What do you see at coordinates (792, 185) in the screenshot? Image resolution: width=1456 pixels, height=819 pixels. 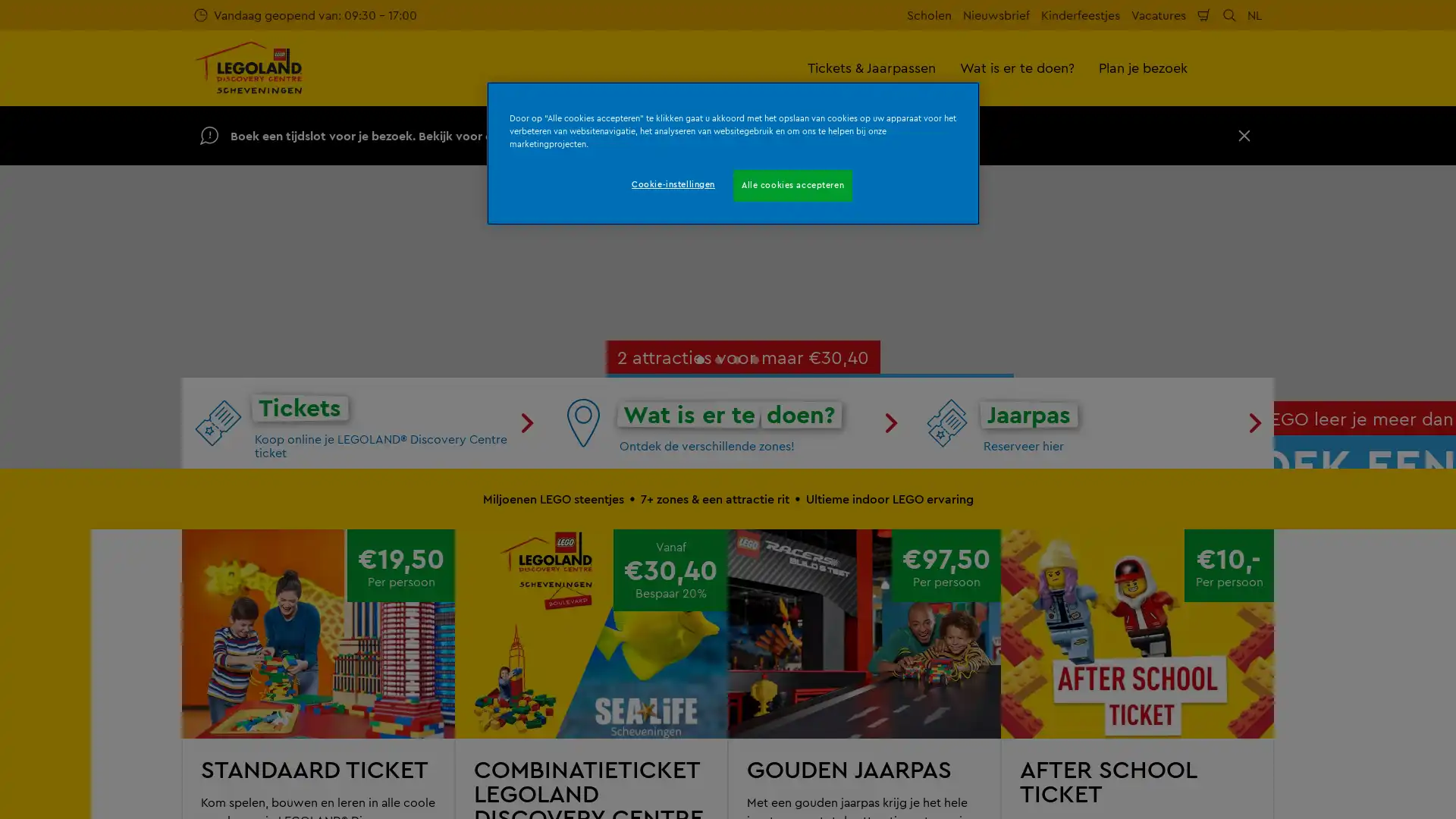 I see `Alle cookies accepteren` at bounding box center [792, 185].